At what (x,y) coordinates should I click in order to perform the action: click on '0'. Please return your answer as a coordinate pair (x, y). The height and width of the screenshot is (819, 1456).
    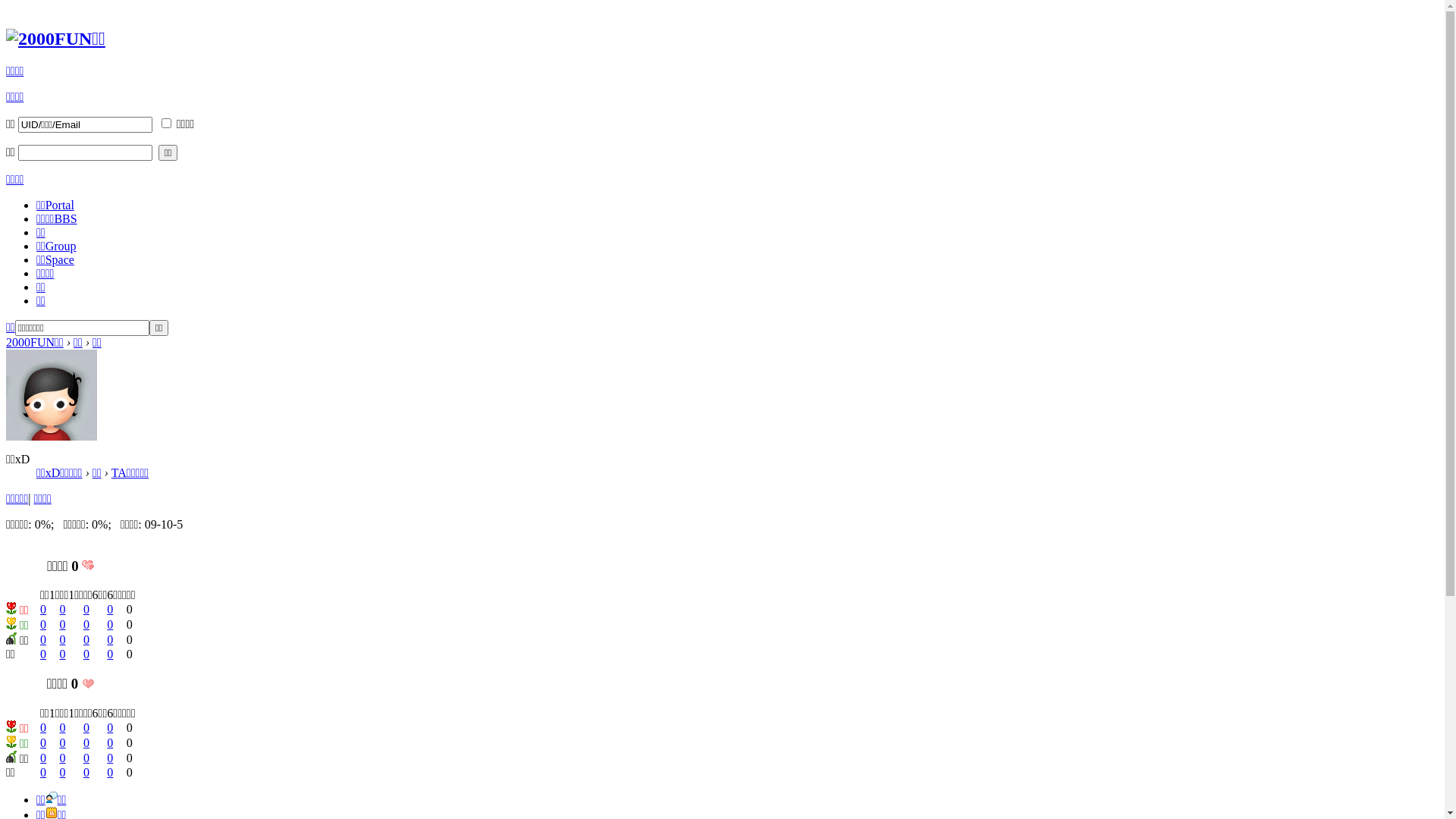
    Looking at the image, I should click on (61, 608).